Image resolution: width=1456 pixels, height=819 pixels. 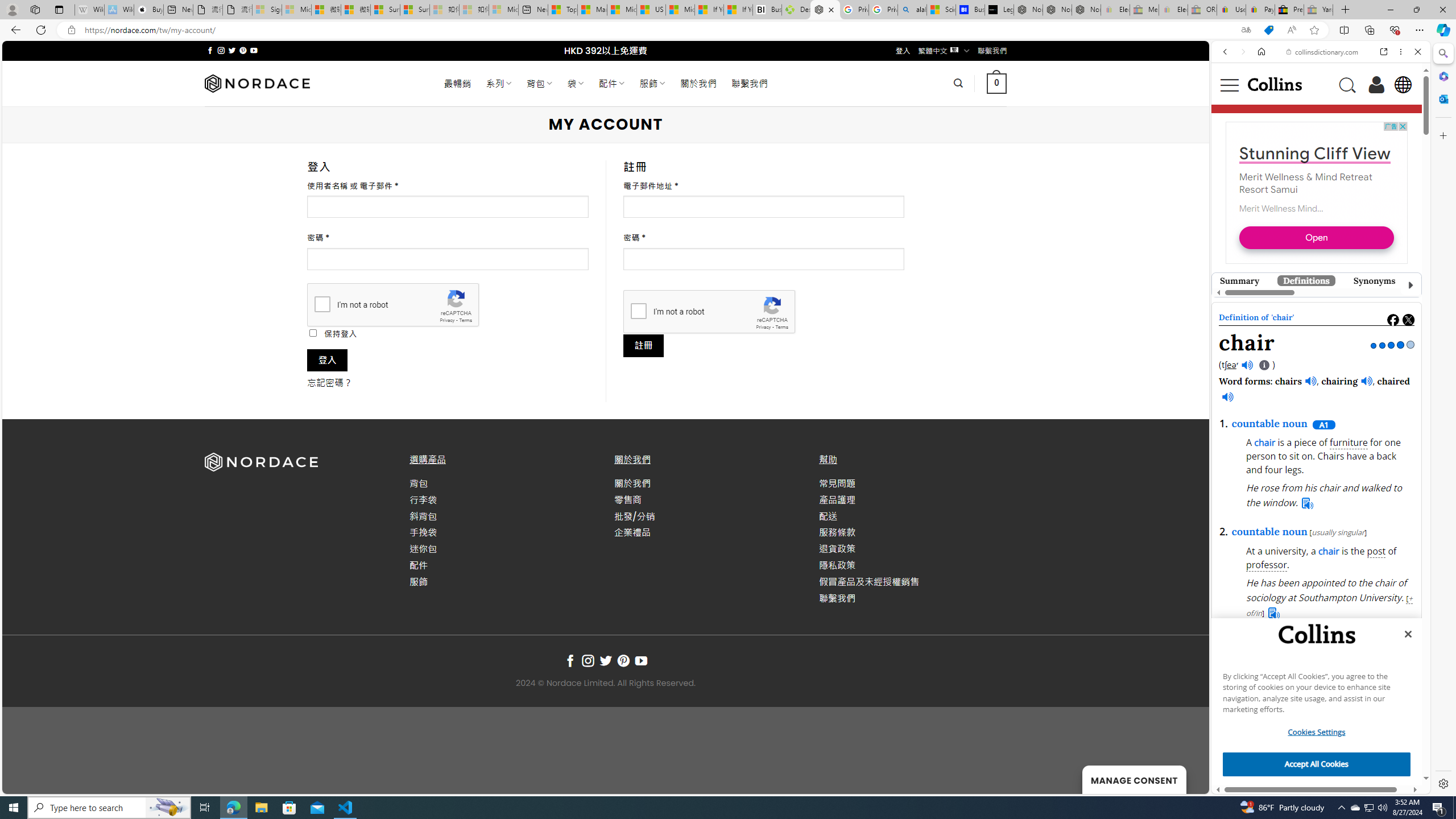 I want to click on 'Follow on Facebook', so click(x=570, y=660).